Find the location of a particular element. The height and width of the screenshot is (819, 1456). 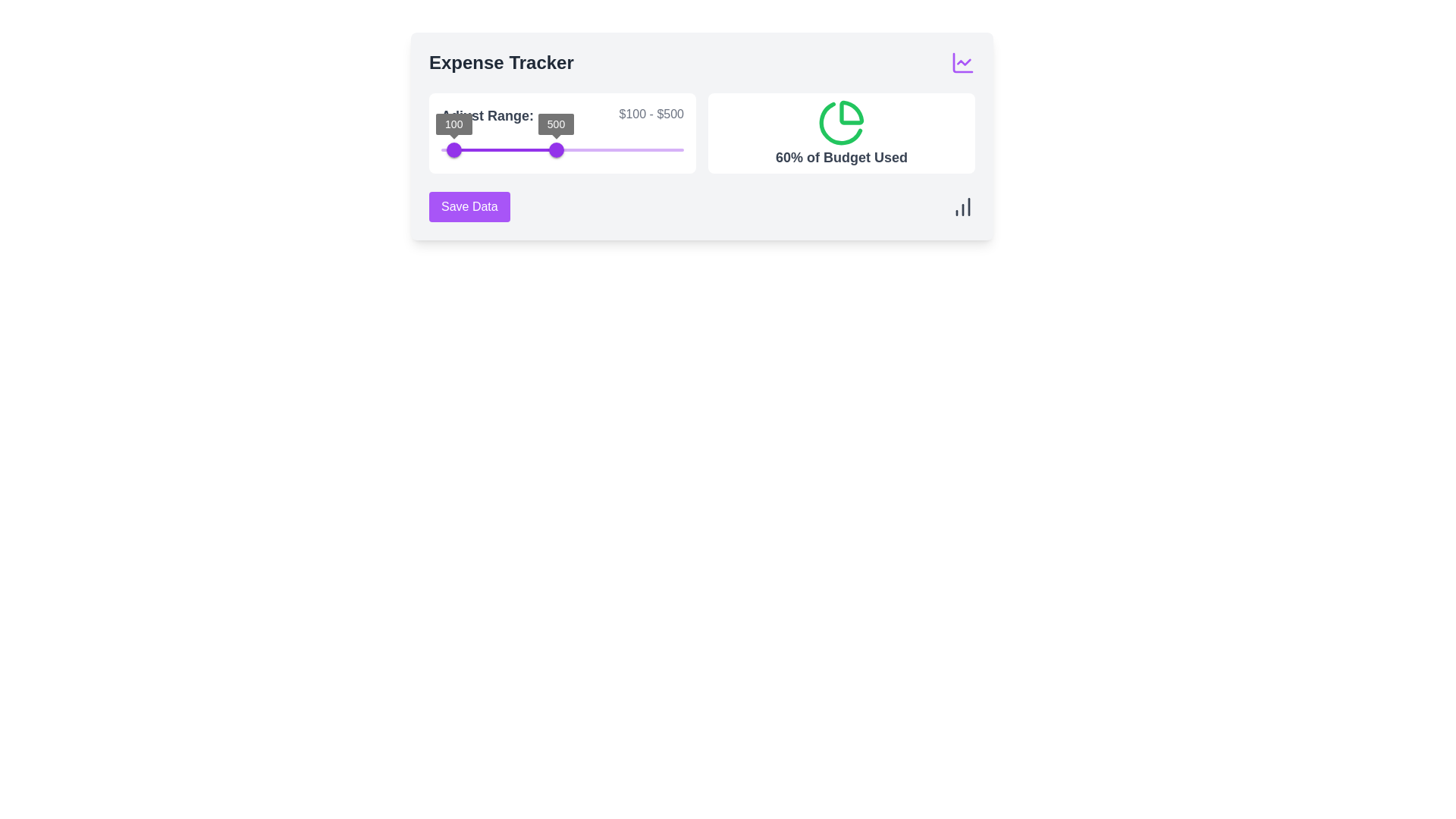

the upper-right segment of the pie chart representing 60% of budget used, which is a decorative element in a budget usage card is located at coordinates (852, 111).